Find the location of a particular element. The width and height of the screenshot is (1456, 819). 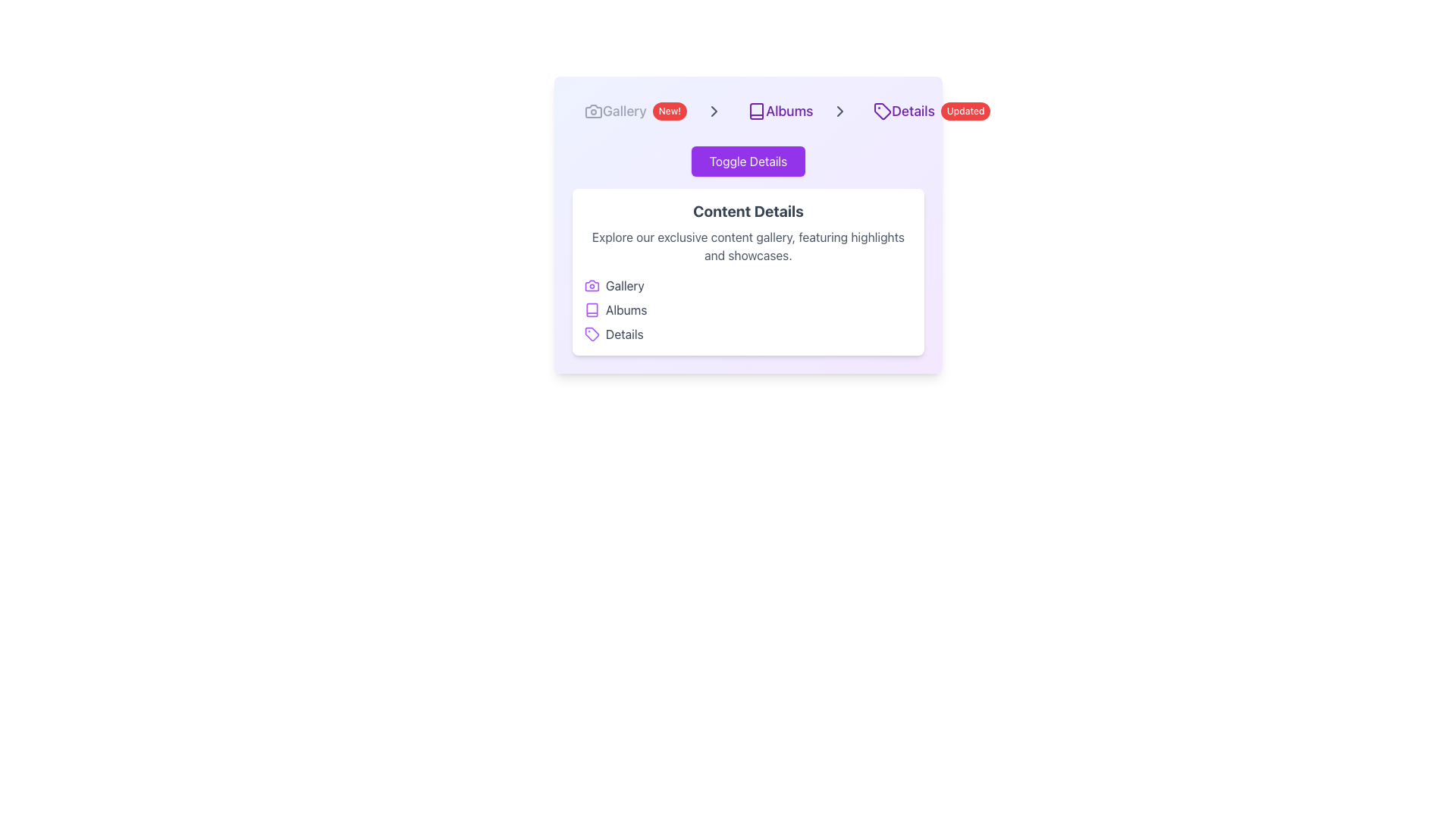

the paragraph text that describes the content gallery, located beneath the 'Content Details' heading and above the list of items labeled 'Gallery,' 'Albums,' and 'Details.' is located at coordinates (748, 245).